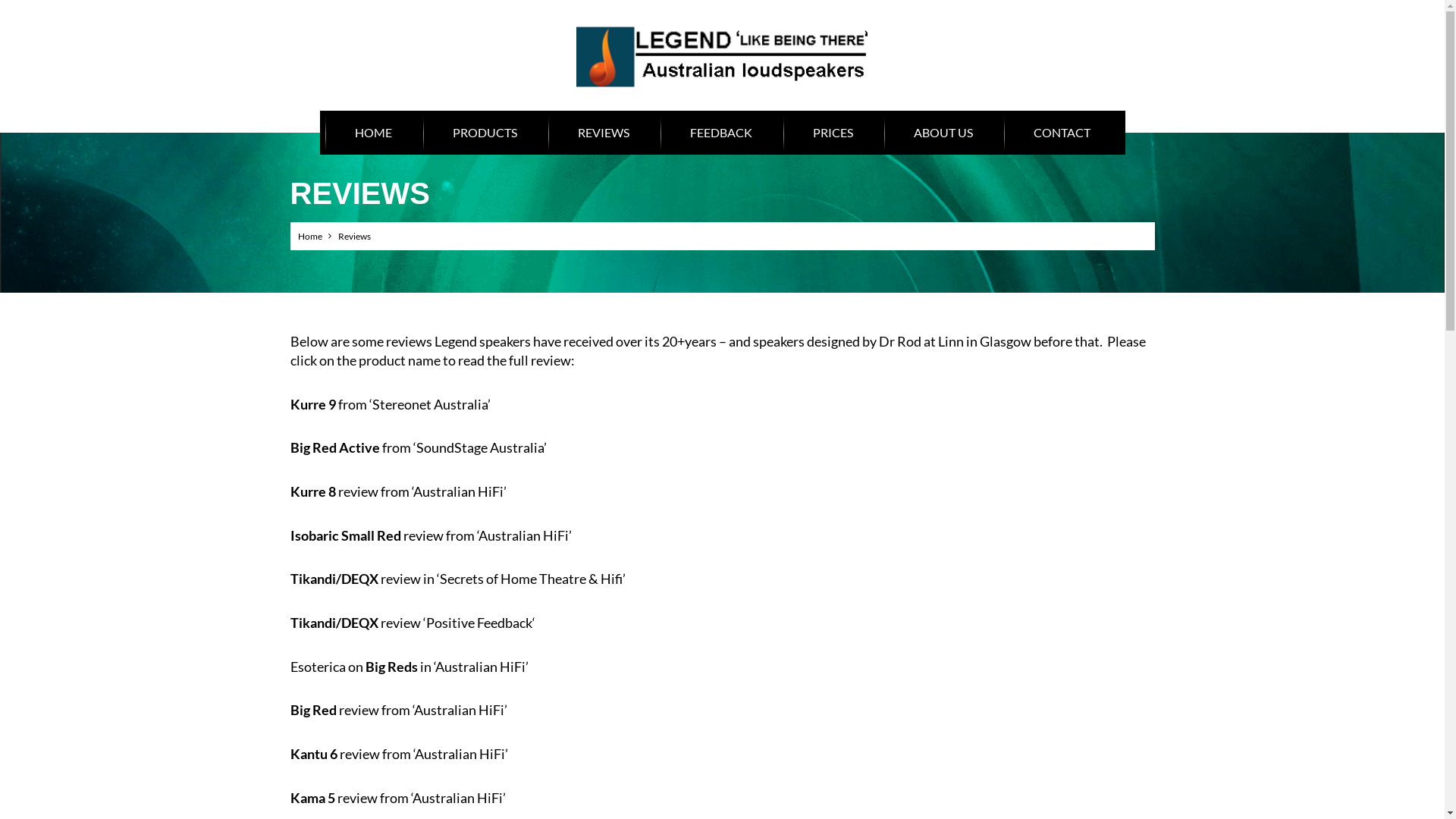 The width and height of the screenshot is (1456, 819). I want to click on 'REVIEWS', so click(603, 131).